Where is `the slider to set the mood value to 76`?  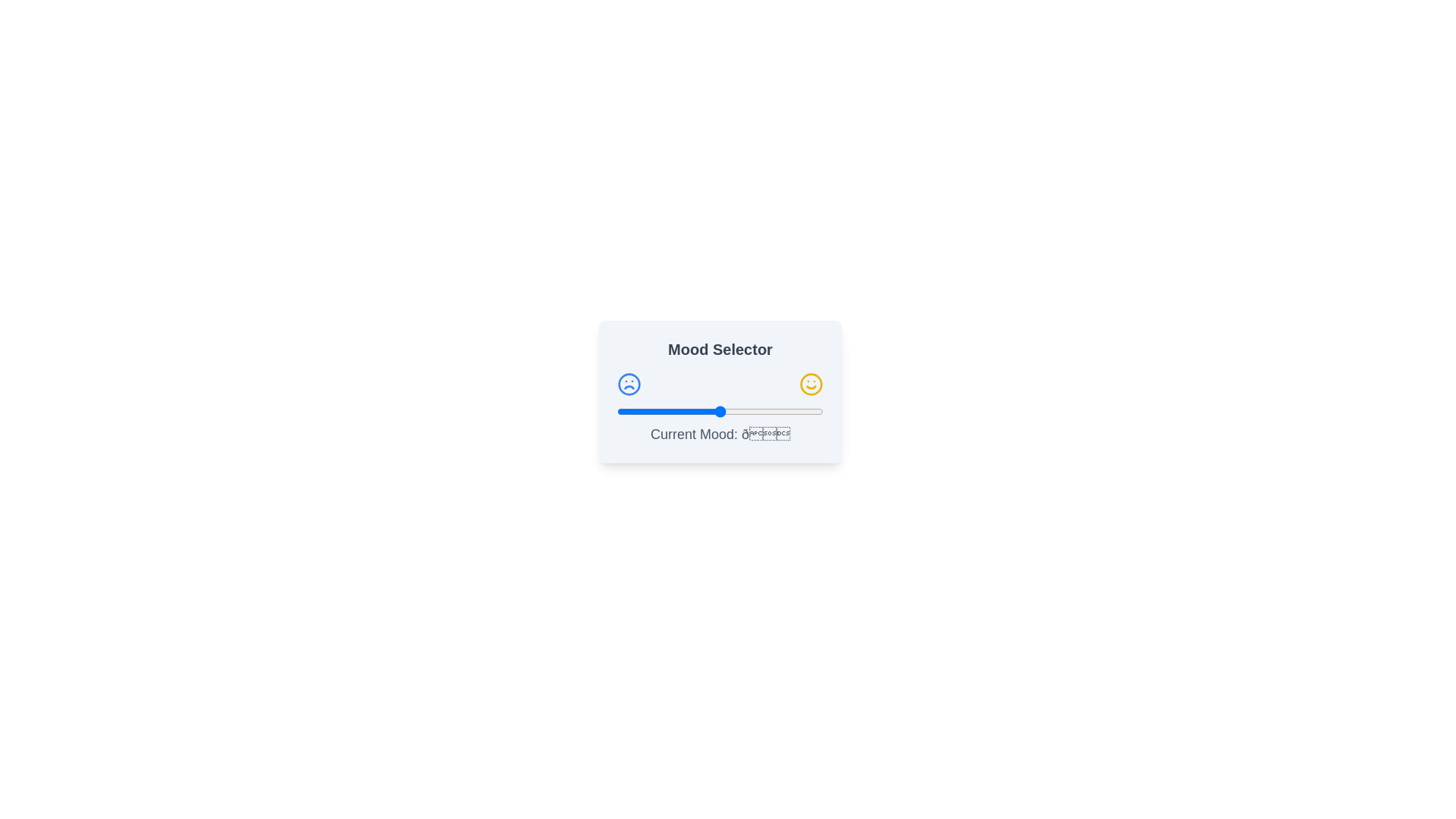 the slider to set the mood value to 76 is located at coordinates (773, 412).